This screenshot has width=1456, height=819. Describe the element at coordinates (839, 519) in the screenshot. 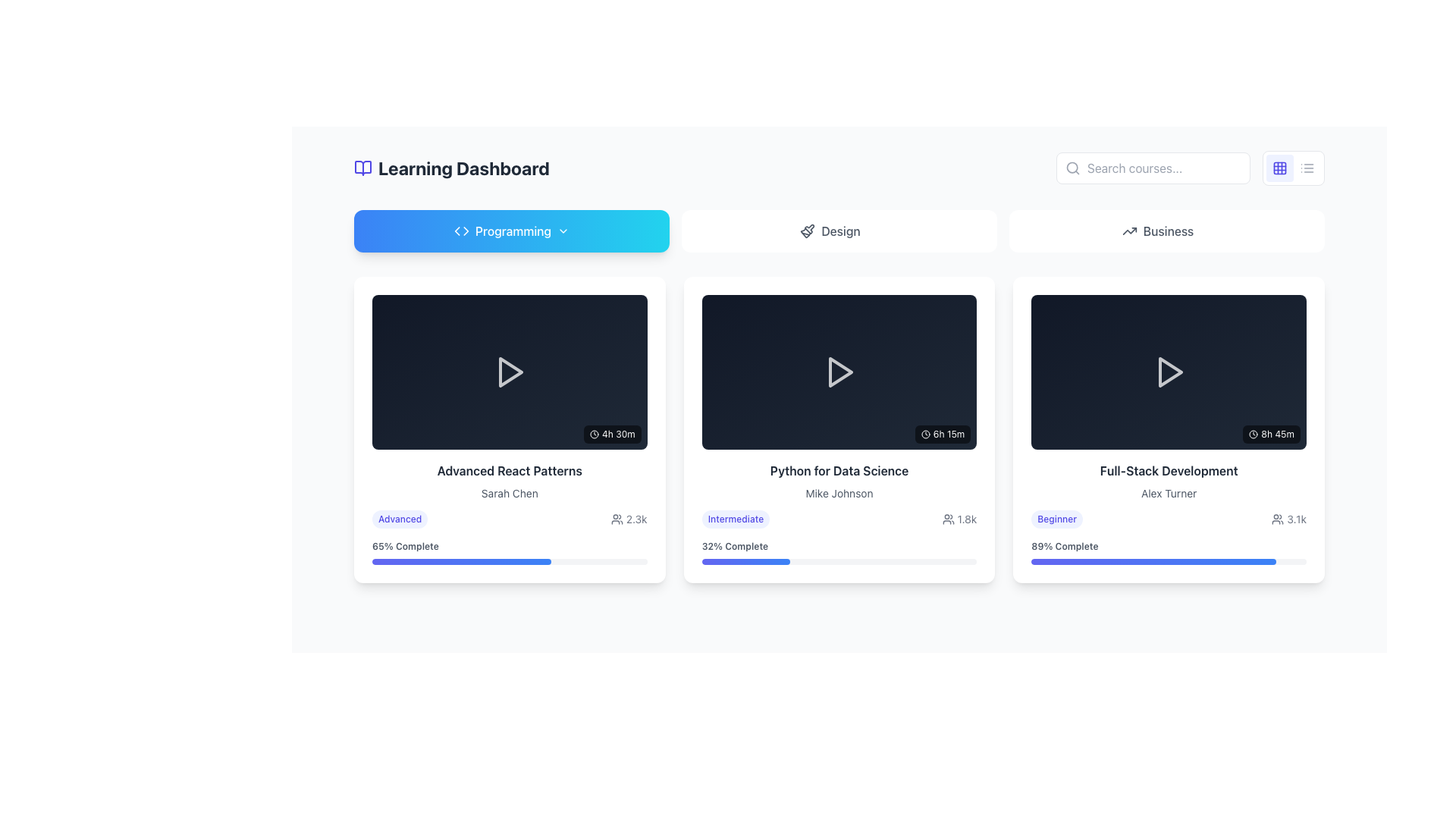

I see `the label 'Intermediate' along with the accompanying text '1.8k' and the user icon to understand the course details for 'Python for Data Science'` at that location.